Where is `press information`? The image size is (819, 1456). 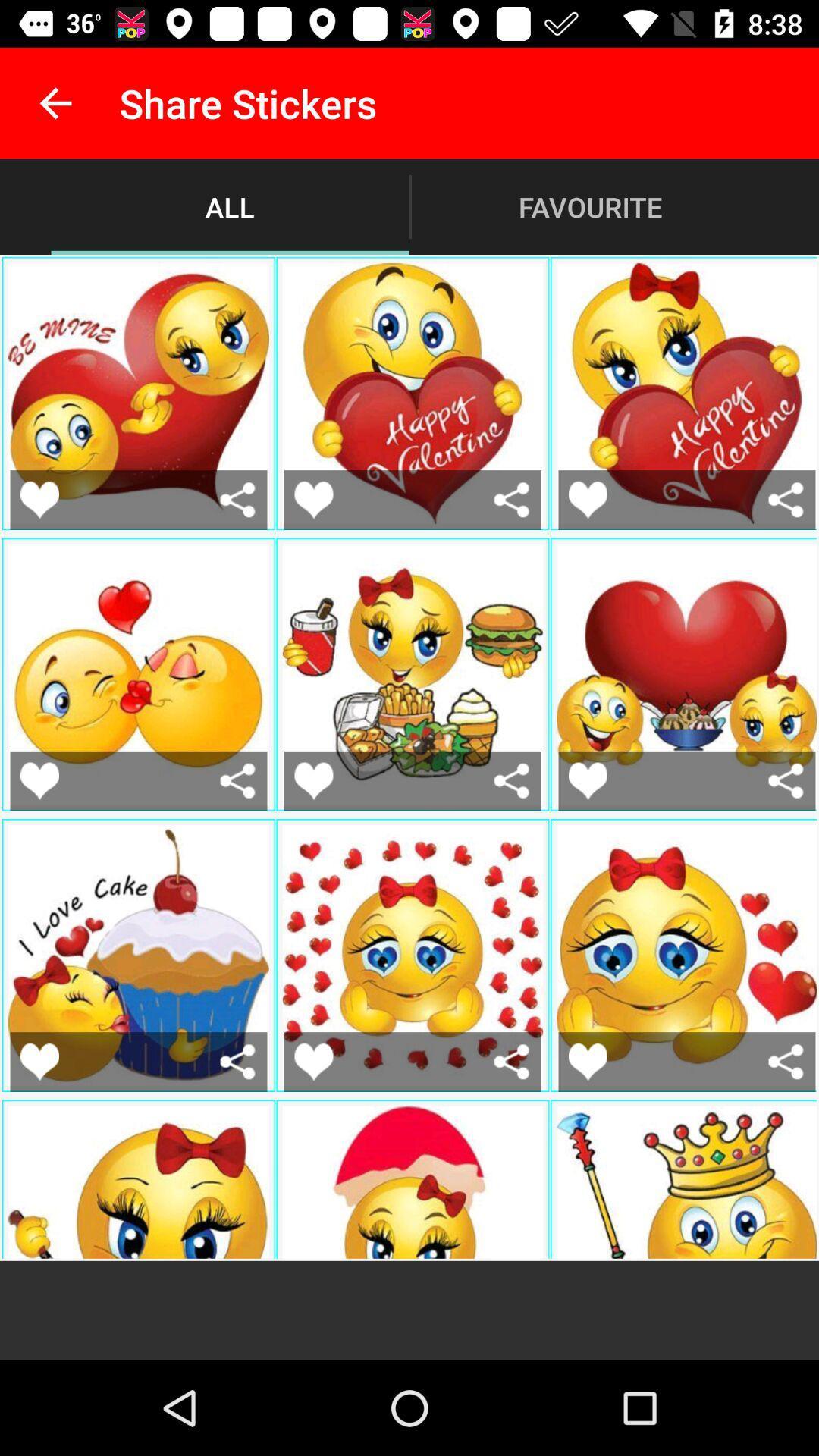
press information is located at coordinates (237, 780).